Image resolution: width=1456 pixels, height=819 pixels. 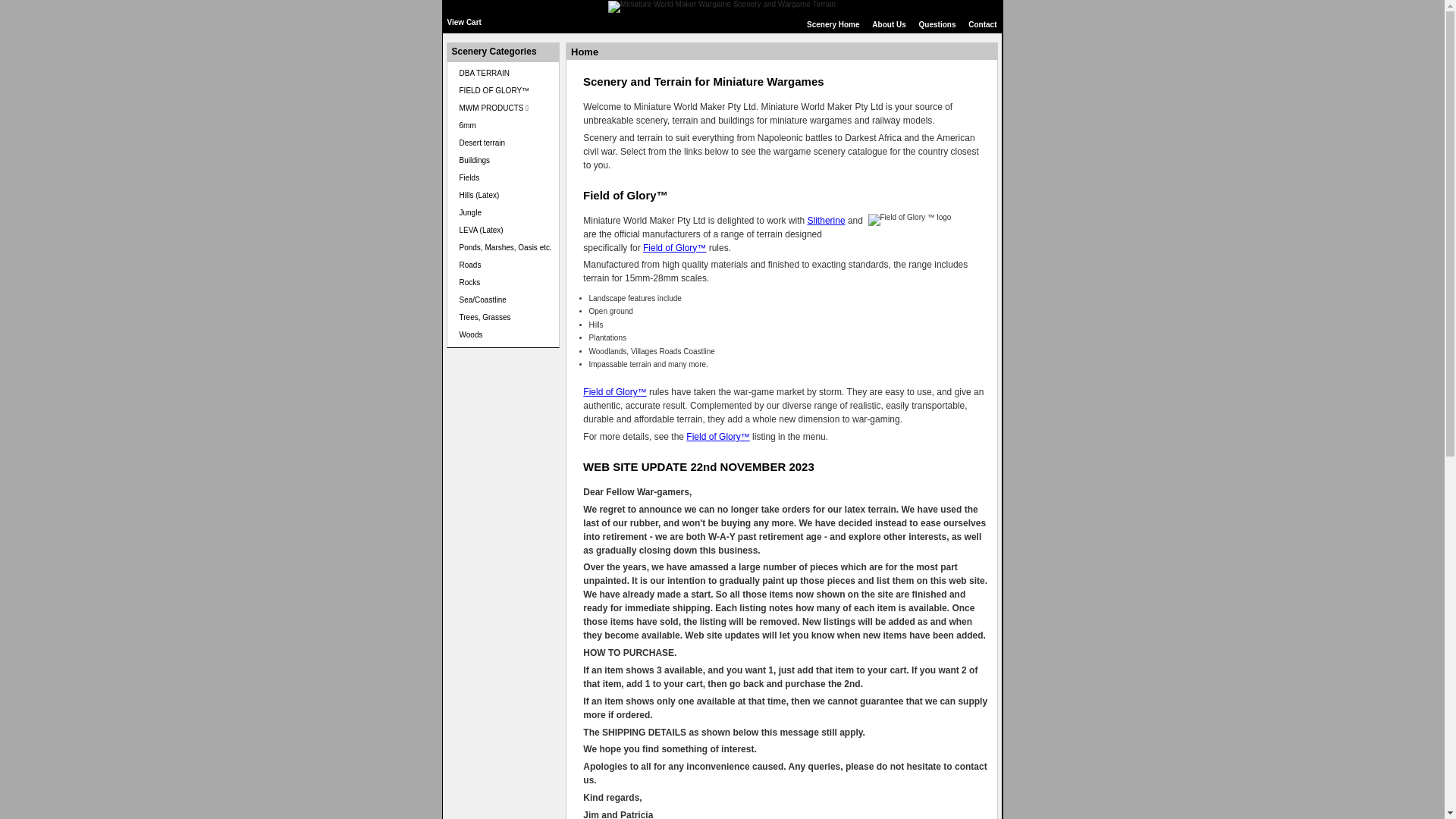 I want to click on 'Contact', so click(x=982, y=24).